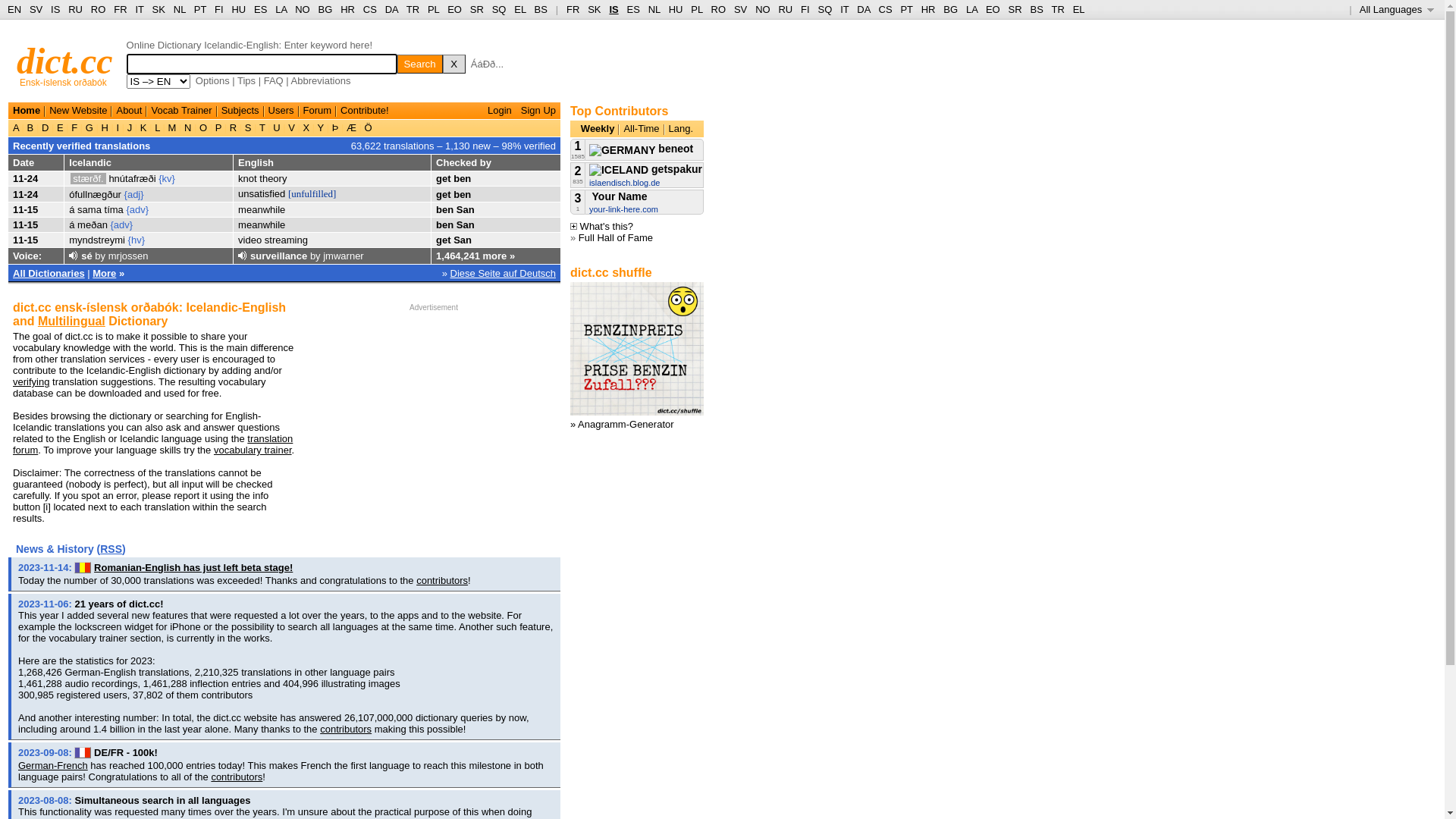 This screenshot has height=819, width=1456. What do you see at coordinates (281, 9) in the screenshot?
I see `'LA'` at bounding box center [281, 9].